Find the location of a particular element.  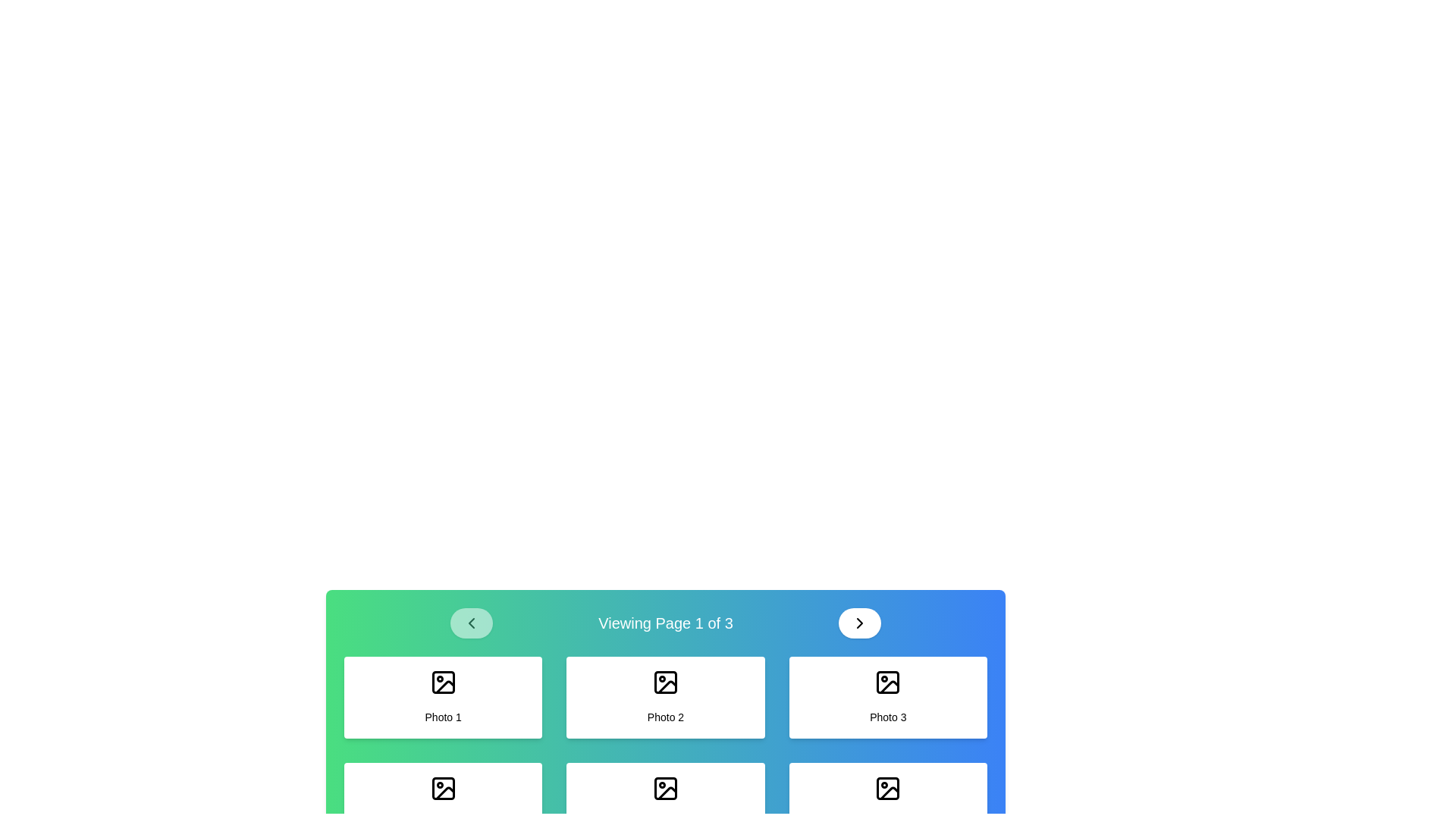

the first Card component in the grid that represents 'Photo 1' is located at coordinates (442, 698).